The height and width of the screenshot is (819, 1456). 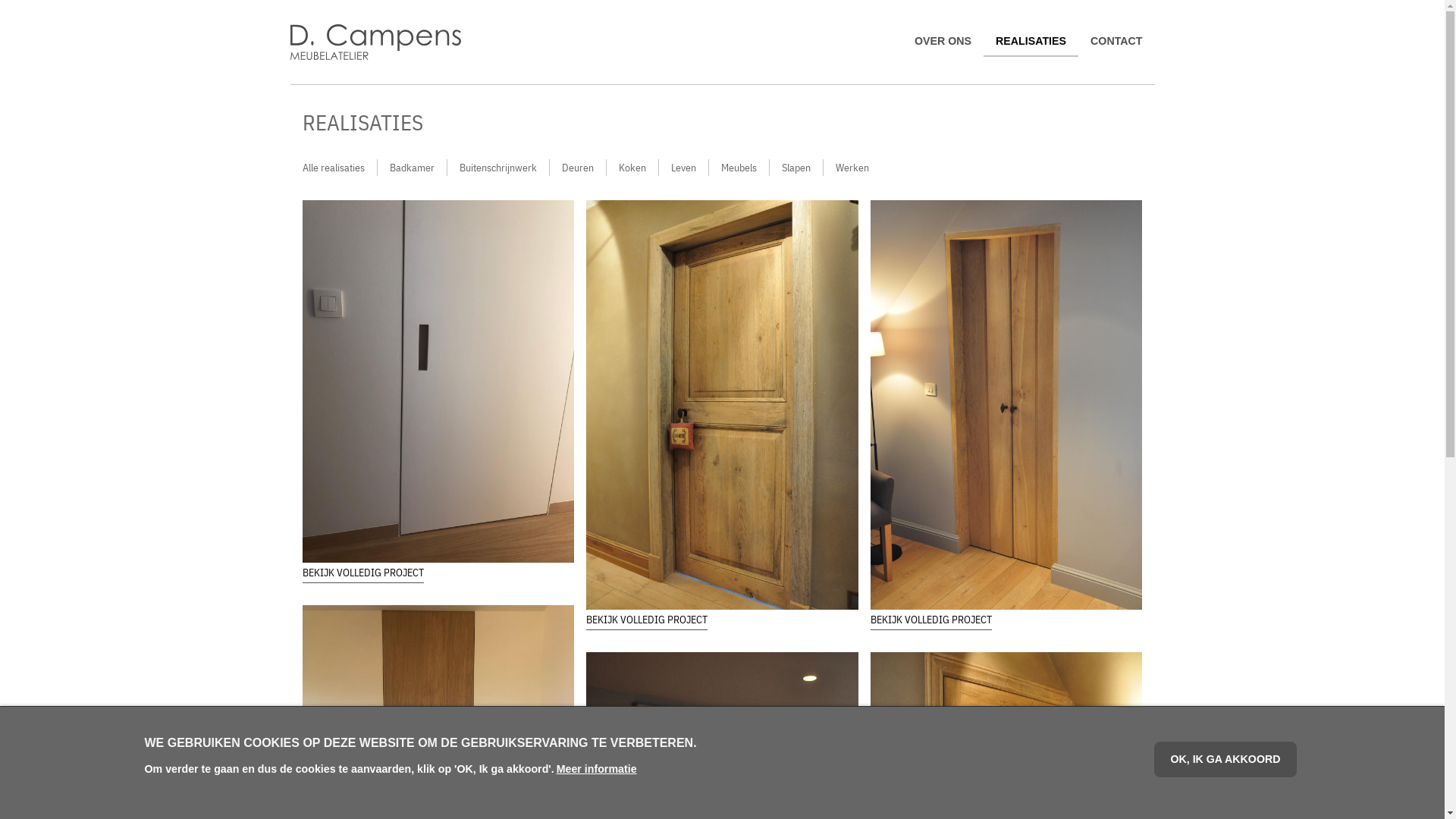 I want to click on 'BEKIJK VOLLEDIG PROJECT', so click(x=870, y=620).